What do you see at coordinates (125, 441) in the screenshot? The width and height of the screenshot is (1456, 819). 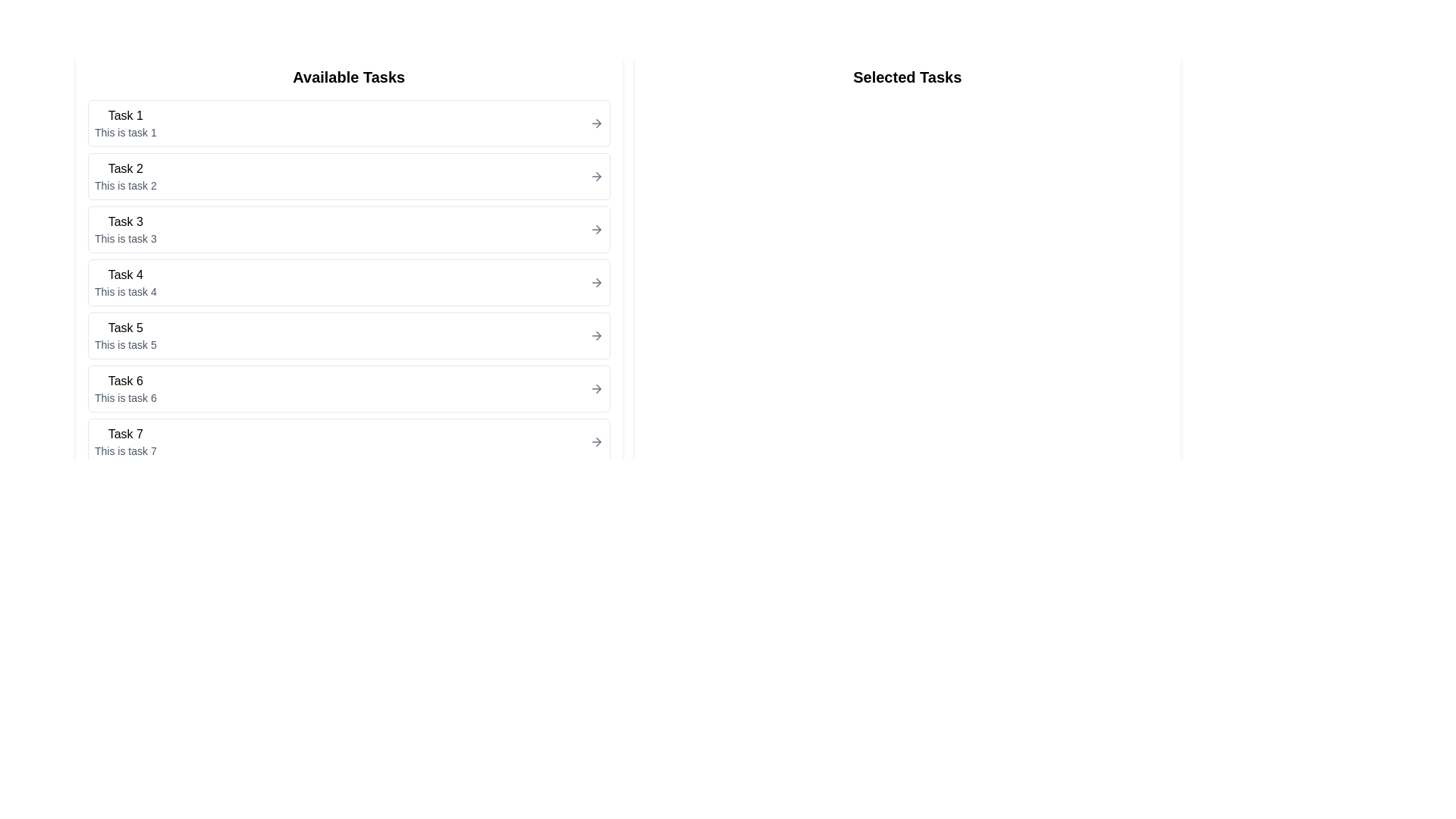 I see `the text block displaying the title and description of the seventh task in the 'Available Tasks' list` at bounding box center [125, 441].